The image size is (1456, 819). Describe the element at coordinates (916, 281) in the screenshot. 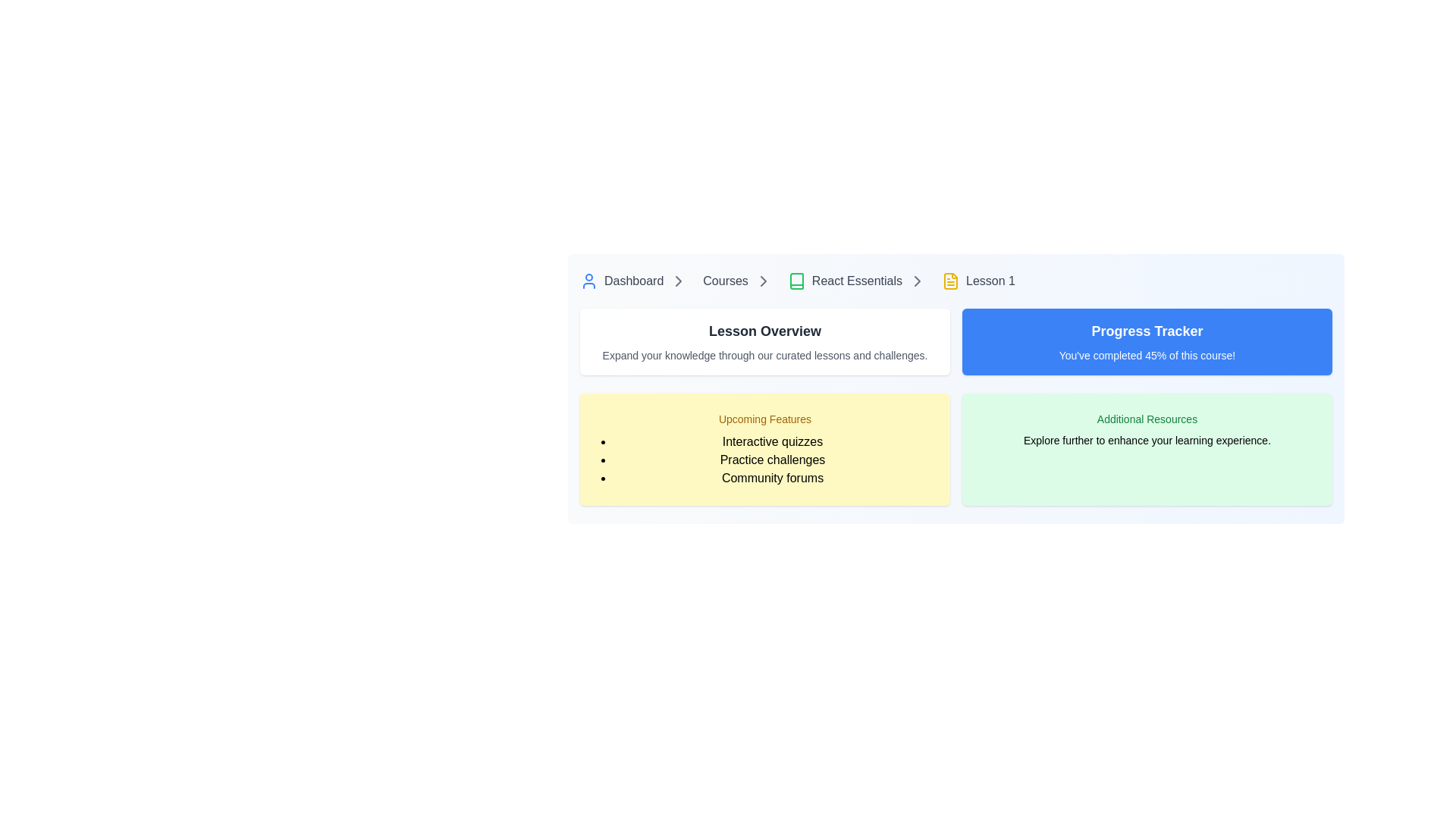

I see `the breadcrumb navigation icon that indicates progression between 'React Essentials' and 'Lesson 1'` at that location.